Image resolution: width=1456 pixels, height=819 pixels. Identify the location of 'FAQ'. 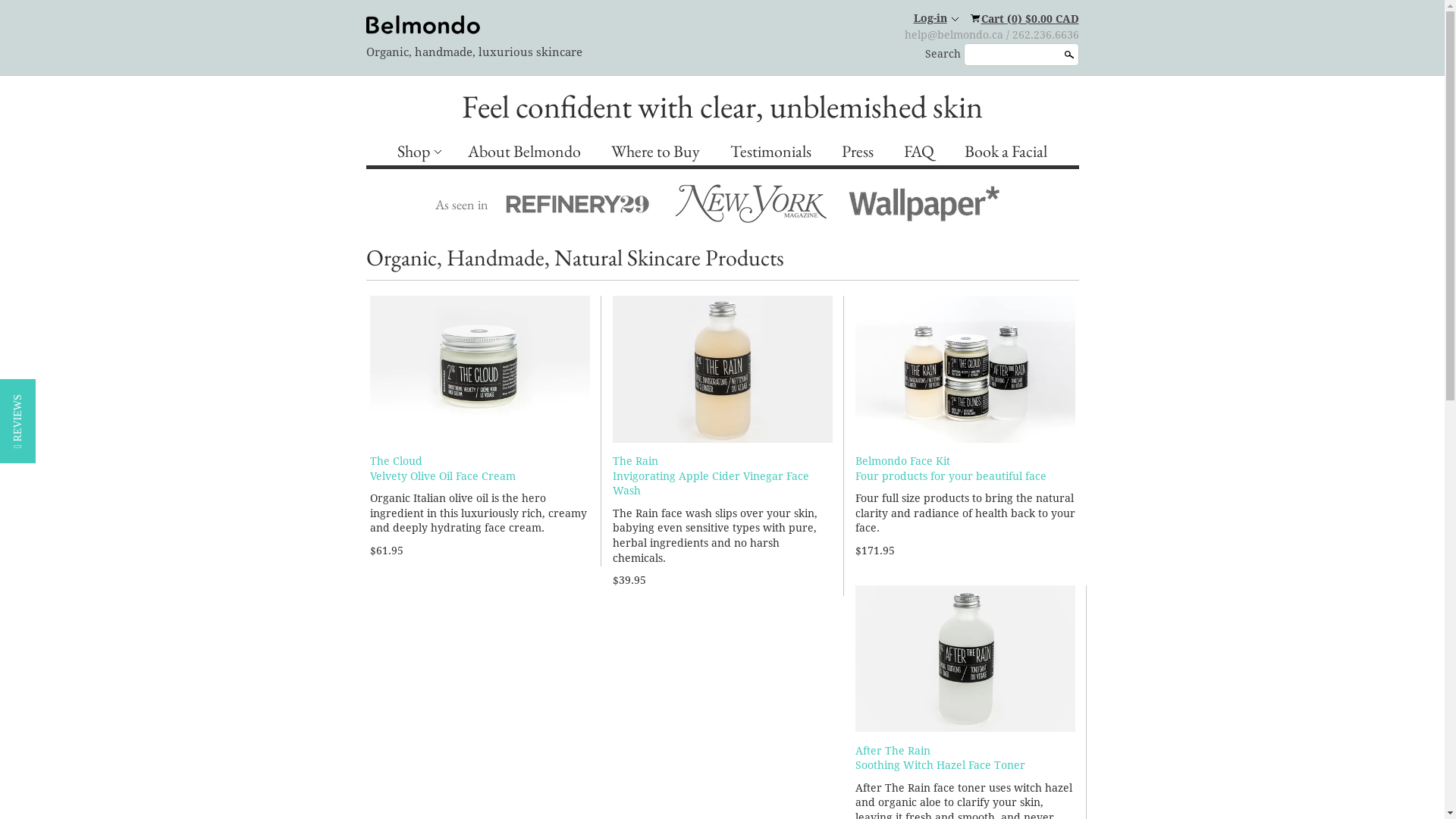
(918, 152).